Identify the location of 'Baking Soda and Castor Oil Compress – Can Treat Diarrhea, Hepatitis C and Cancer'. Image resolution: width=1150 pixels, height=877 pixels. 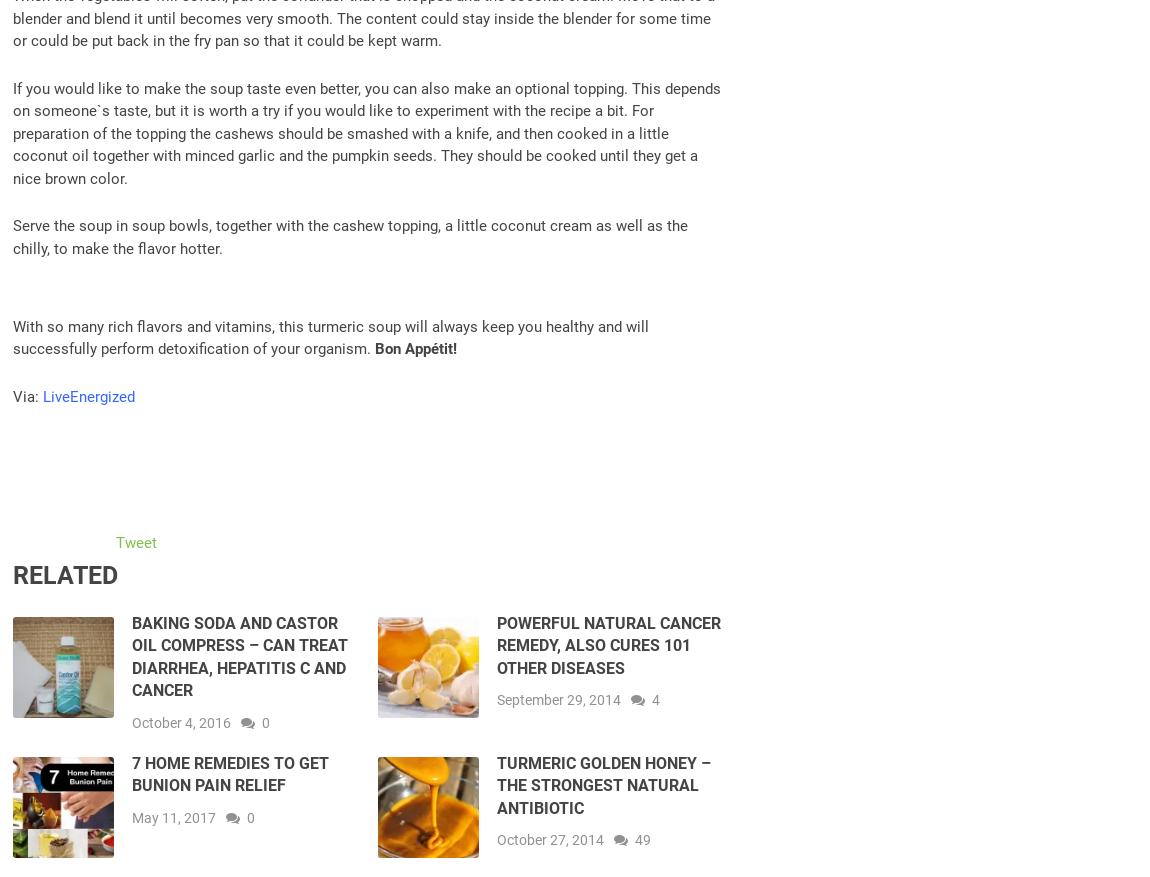
(239, 656).